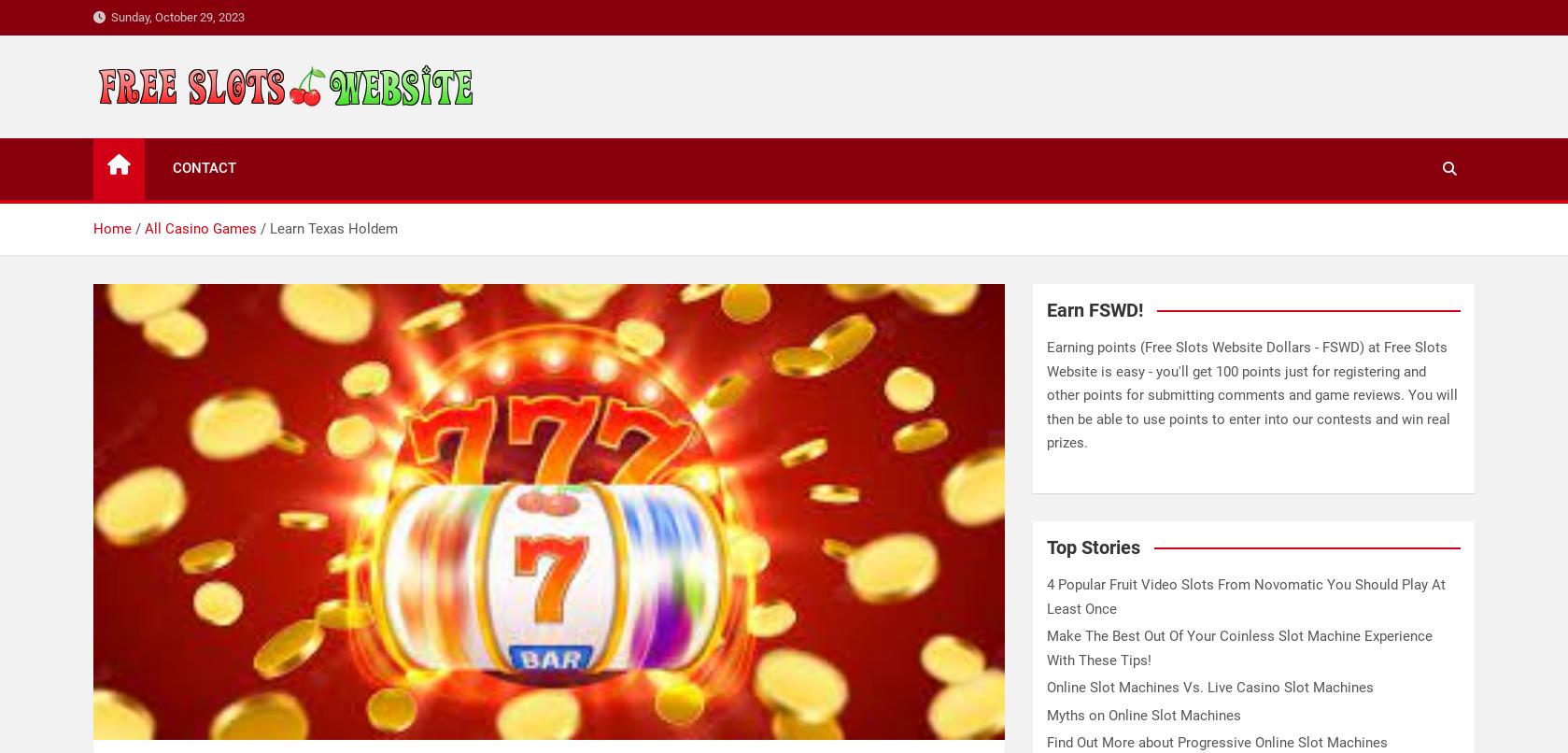 Image resolution: width=1568 pixels, height=753 pixels. I want to click on 'Top Stories', so click(1092, 547).